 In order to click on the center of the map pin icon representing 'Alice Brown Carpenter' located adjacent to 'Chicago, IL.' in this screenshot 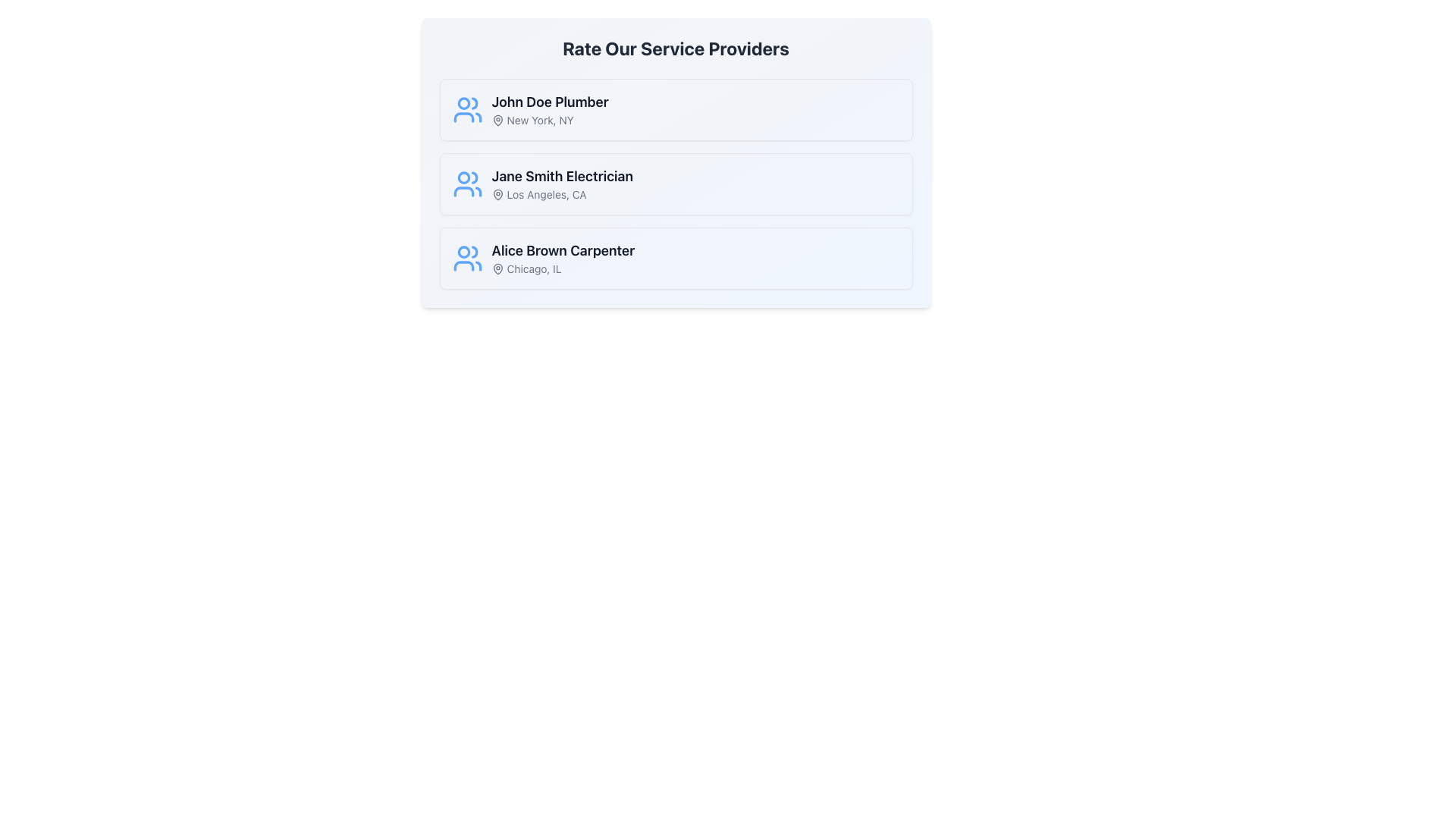, I will do `click(497, 268)`.